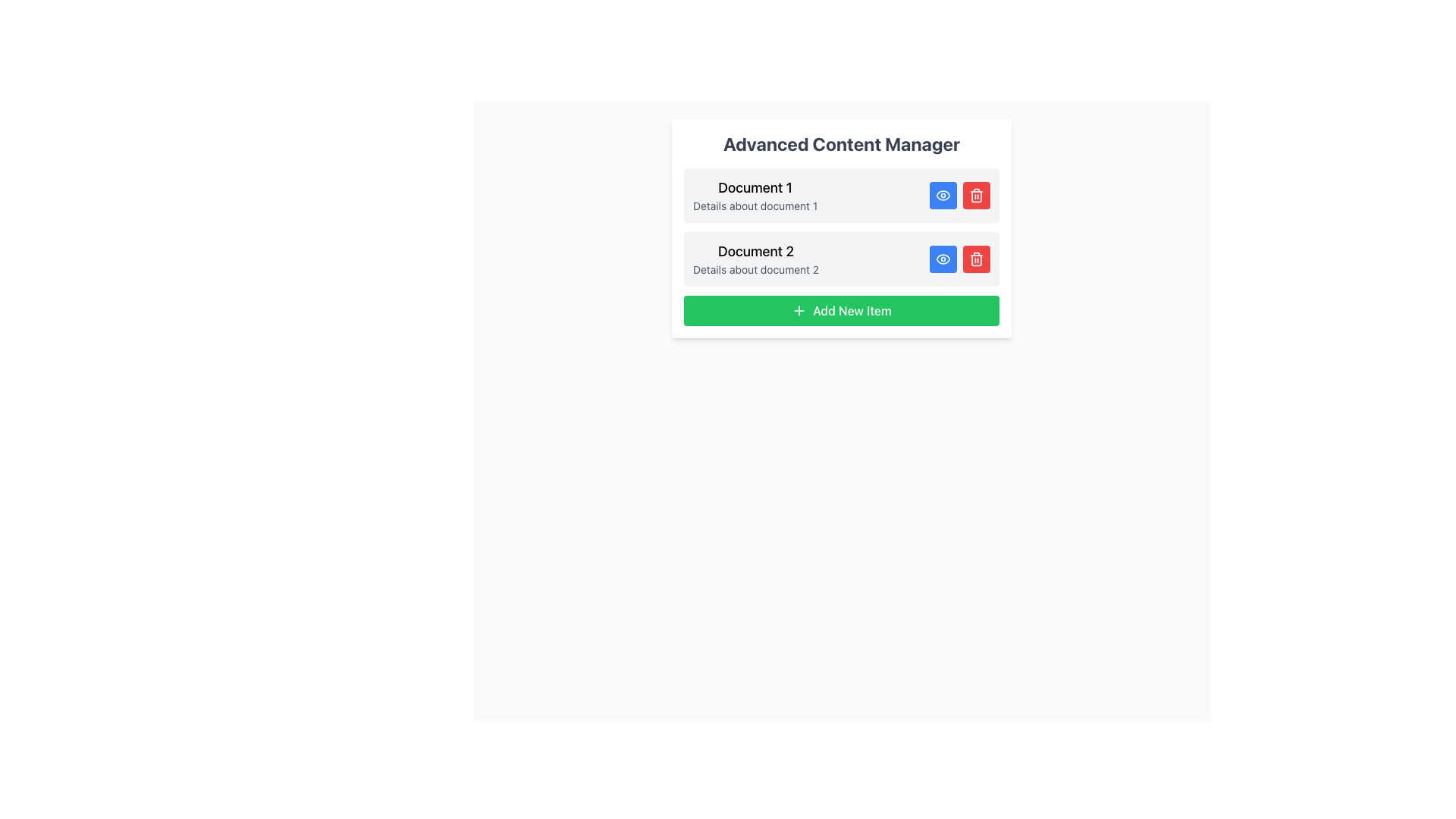  Describe the element at coordinates (942, 259) in the screenshot. I see `the blue circular button with an eye-shaped icon, the second button associated with 'Document 2'` at that location.